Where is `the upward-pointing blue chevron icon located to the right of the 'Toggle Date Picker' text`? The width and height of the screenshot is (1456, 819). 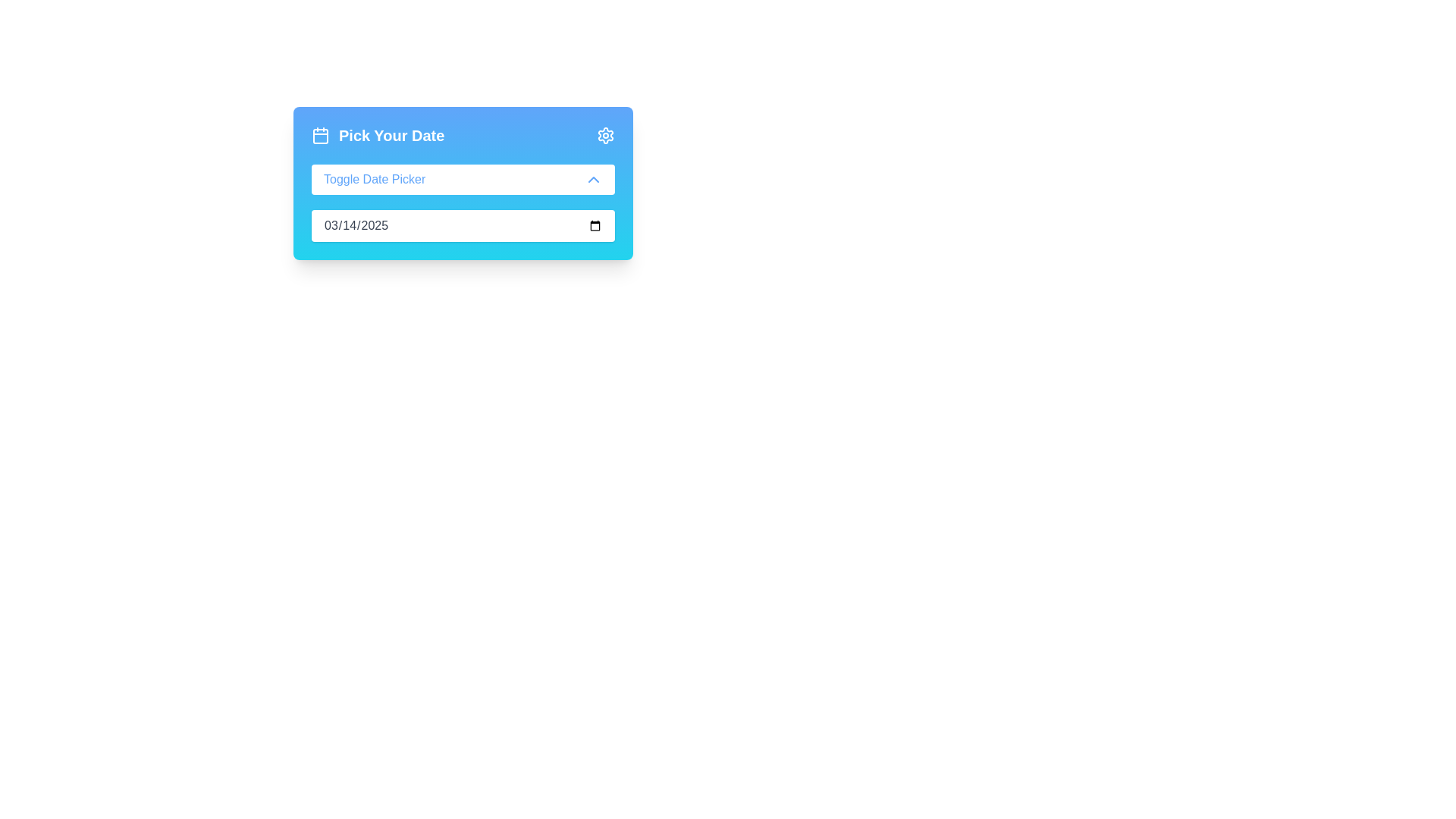
the upward-pointing blue chevron icon located to the right of the 'Toggle Date Picker' text is located at coordinates (592, 178).